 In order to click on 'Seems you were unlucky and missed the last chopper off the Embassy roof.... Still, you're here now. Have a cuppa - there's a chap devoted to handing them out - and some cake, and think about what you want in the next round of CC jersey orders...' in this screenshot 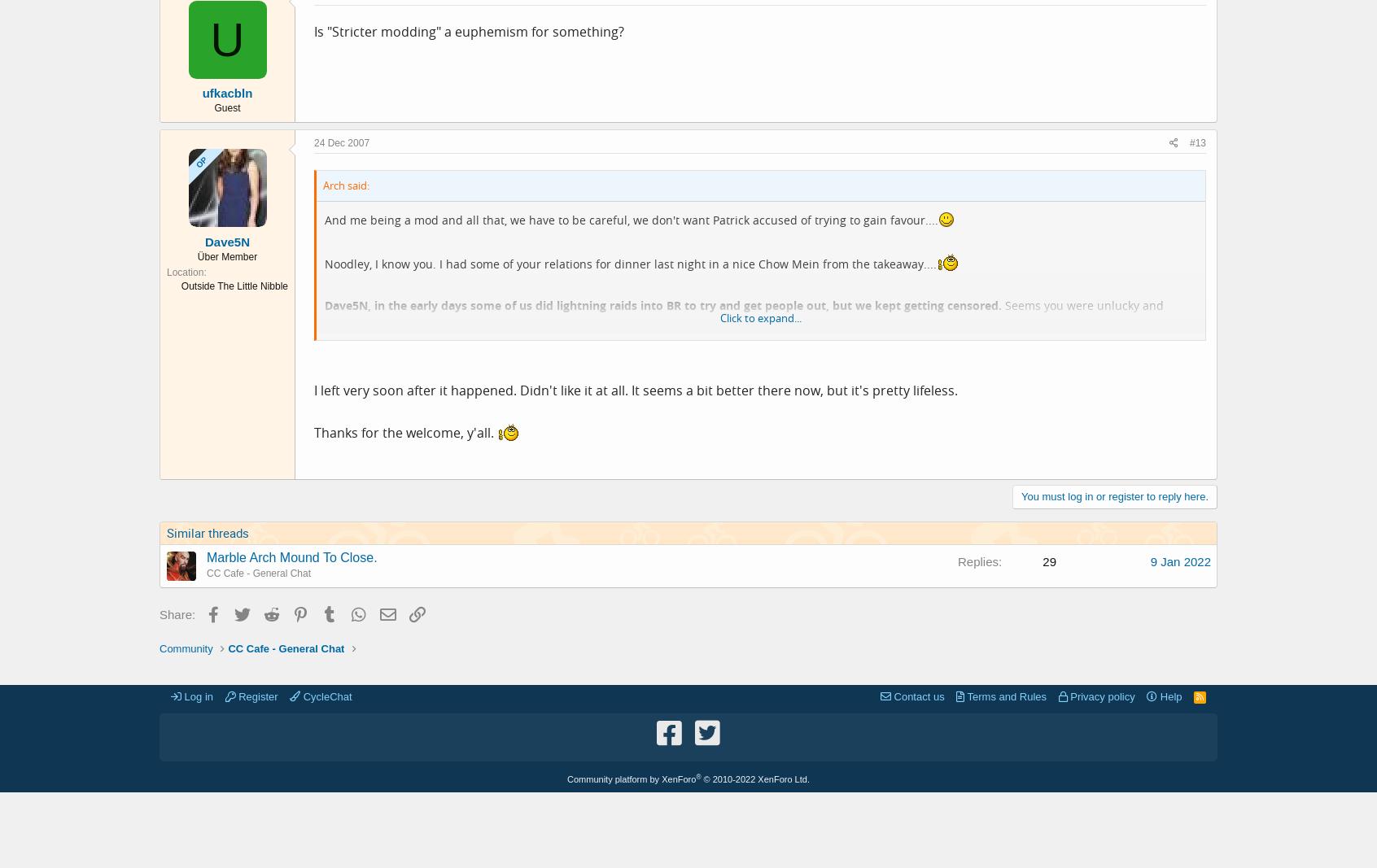, I will do `click(754, 325)`.